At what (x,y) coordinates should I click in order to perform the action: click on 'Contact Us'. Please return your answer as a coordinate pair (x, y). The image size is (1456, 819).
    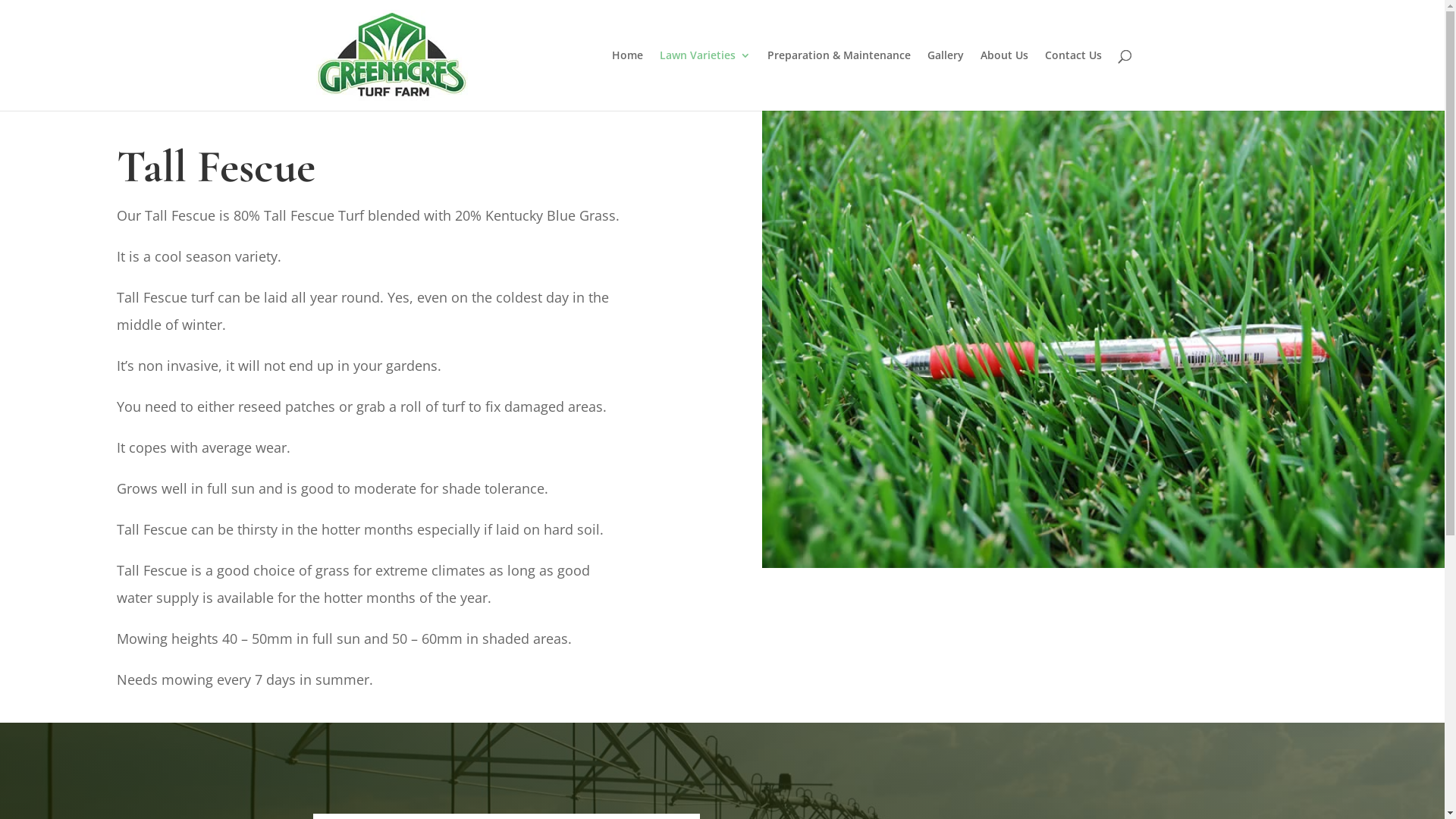
    Looking at the image, I should click on (1072, 80).